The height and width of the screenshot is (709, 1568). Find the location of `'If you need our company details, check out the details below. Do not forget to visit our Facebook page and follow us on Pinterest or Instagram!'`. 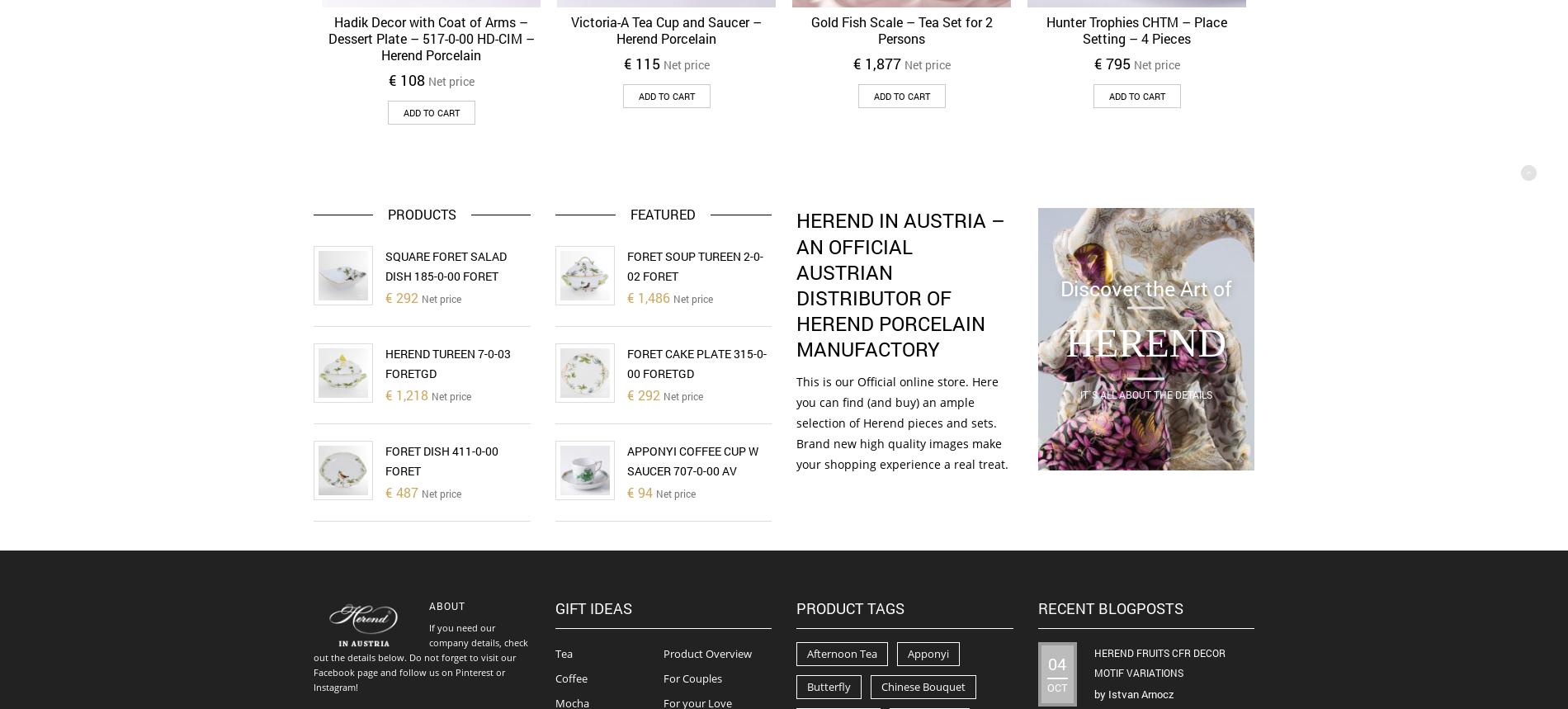

'If you need our company details, check out the details below. Do not forget to visit our Facebook page and follow us on Pinterest or Instagram!' is located at coordinates (420, 657).